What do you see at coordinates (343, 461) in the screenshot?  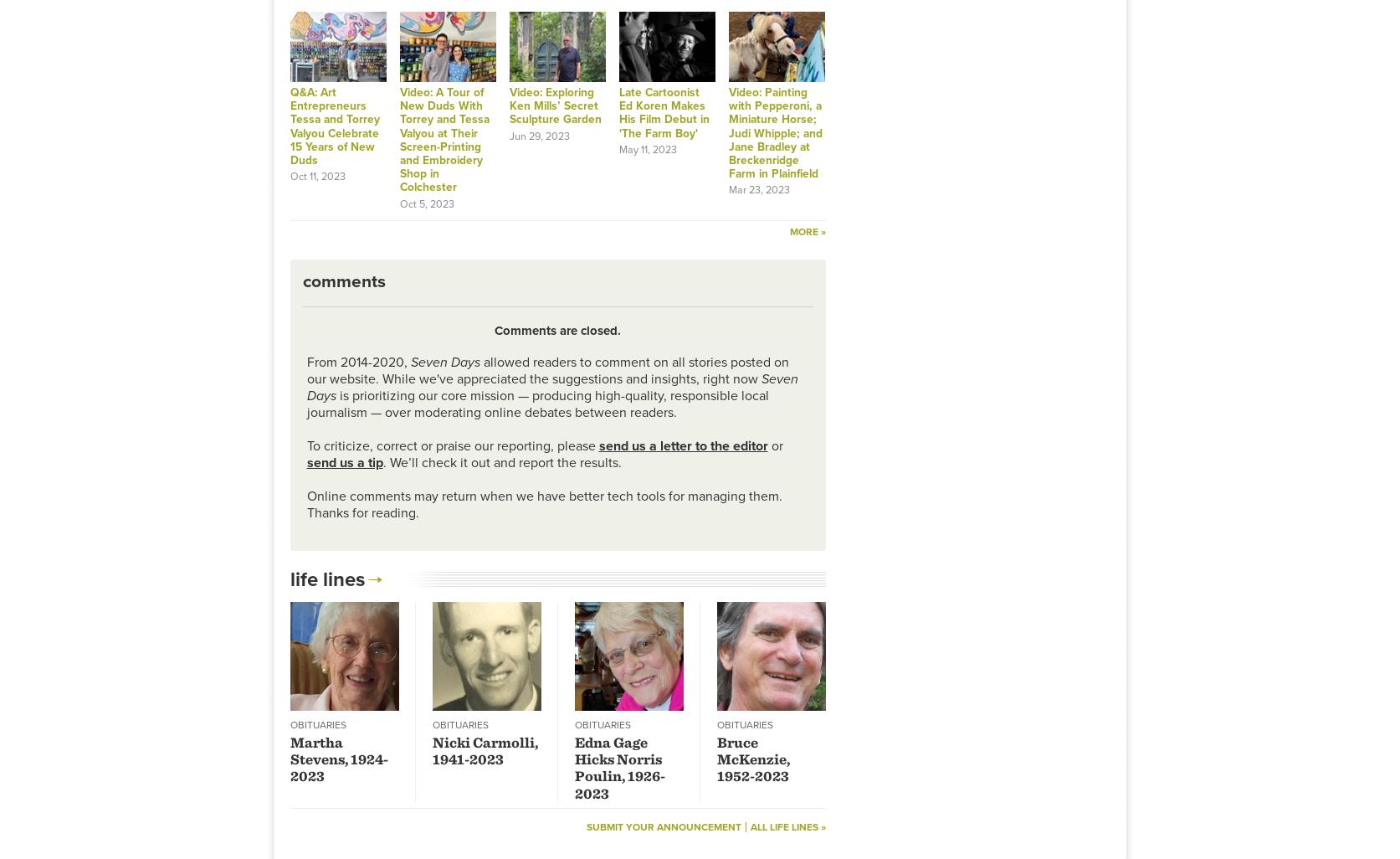 I see `'send us a tip'` at bounding box center [343, 461].